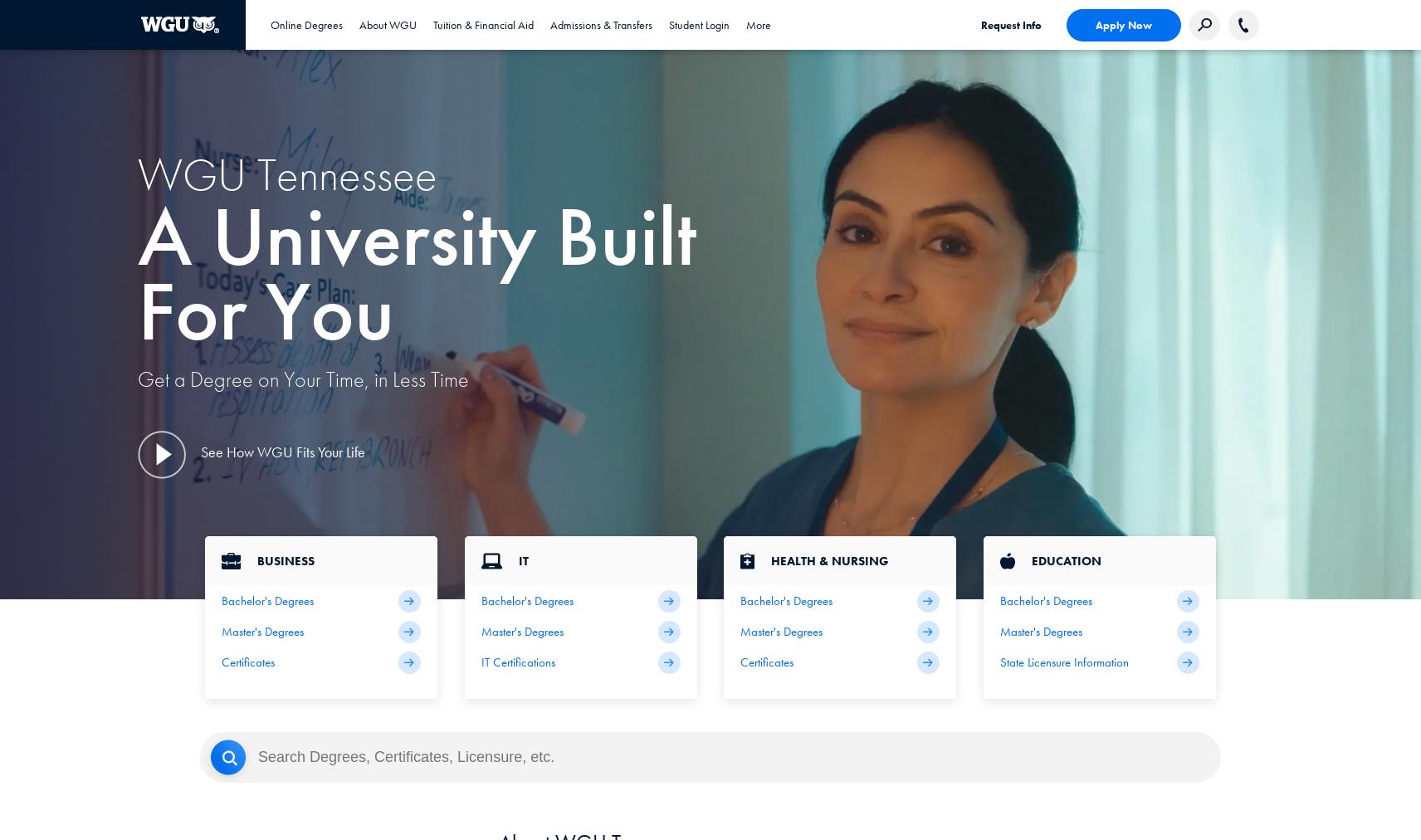  What do you see at coordinates (482, 23) in the screenshot?
I see `'Tuition & Financial Aid'` at bounding box center [482, 23].